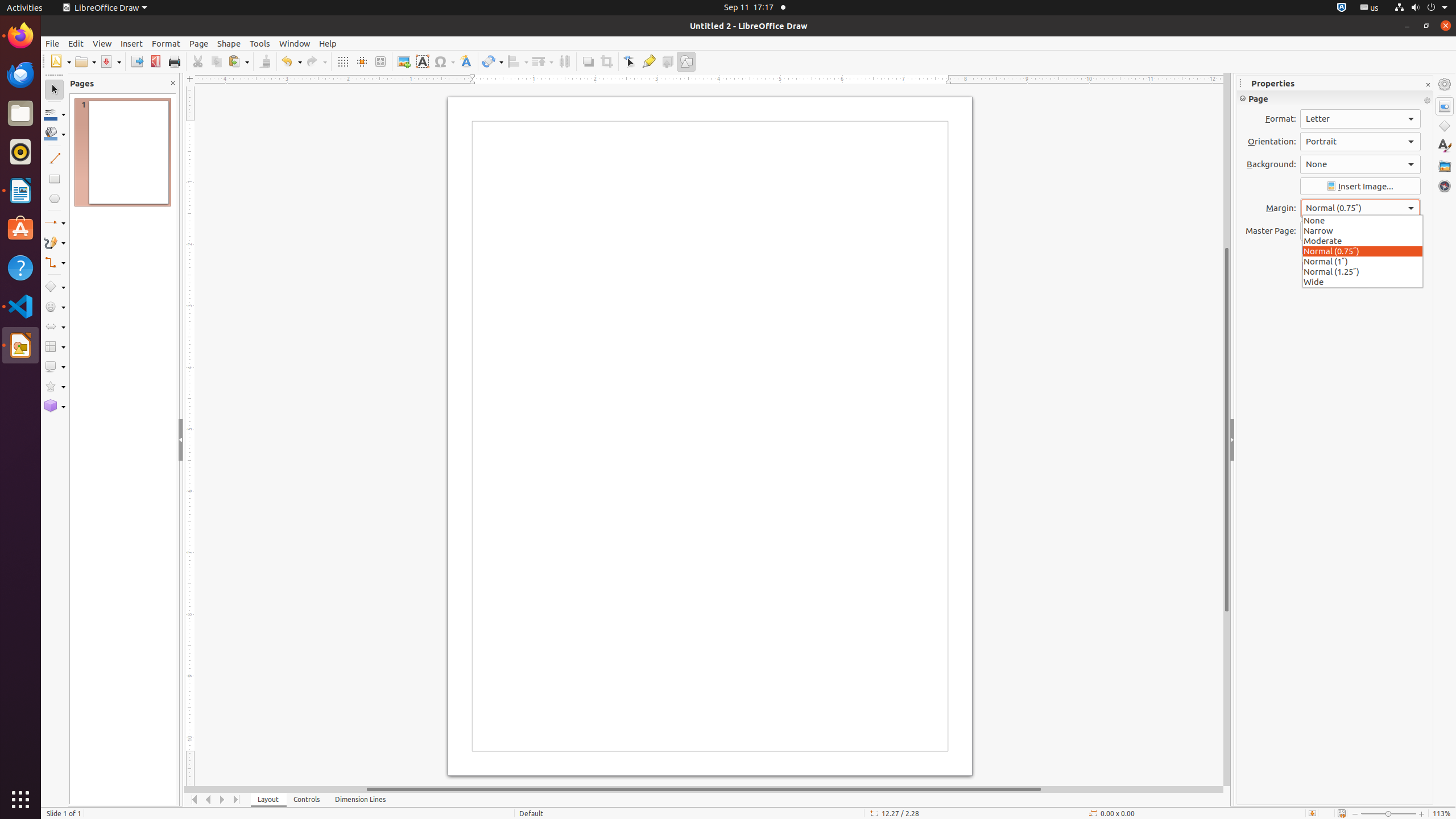 This screenshot has height=819, width=1456. What do you see at coordinates (222, 799) in the screenshot?
I see `'Move Right'` at bounding box center [222, 799].